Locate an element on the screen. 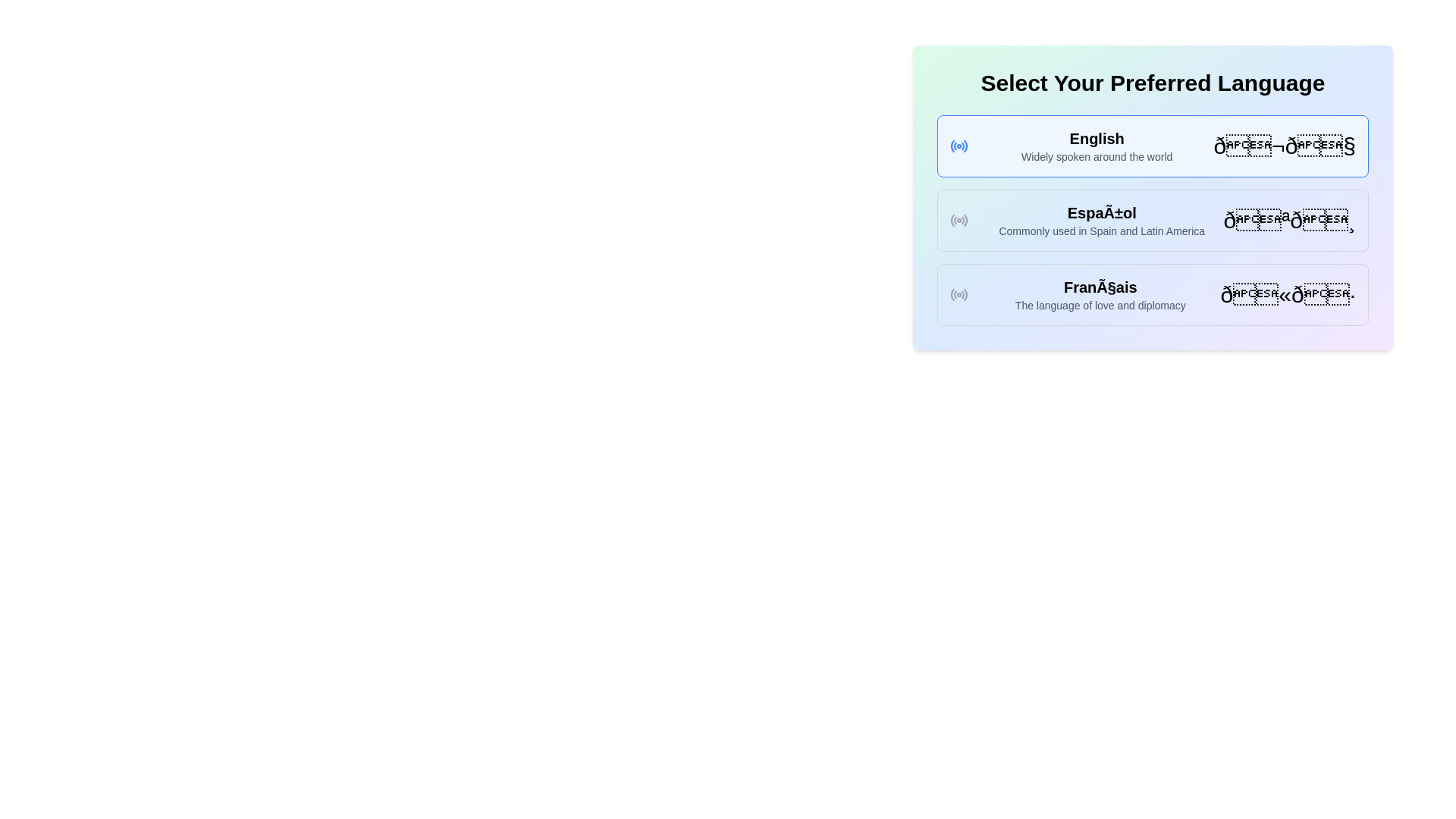  the descriptive text label providing context about the French language, located below the bold title 'Français' is located at coordinates (1100, 305).